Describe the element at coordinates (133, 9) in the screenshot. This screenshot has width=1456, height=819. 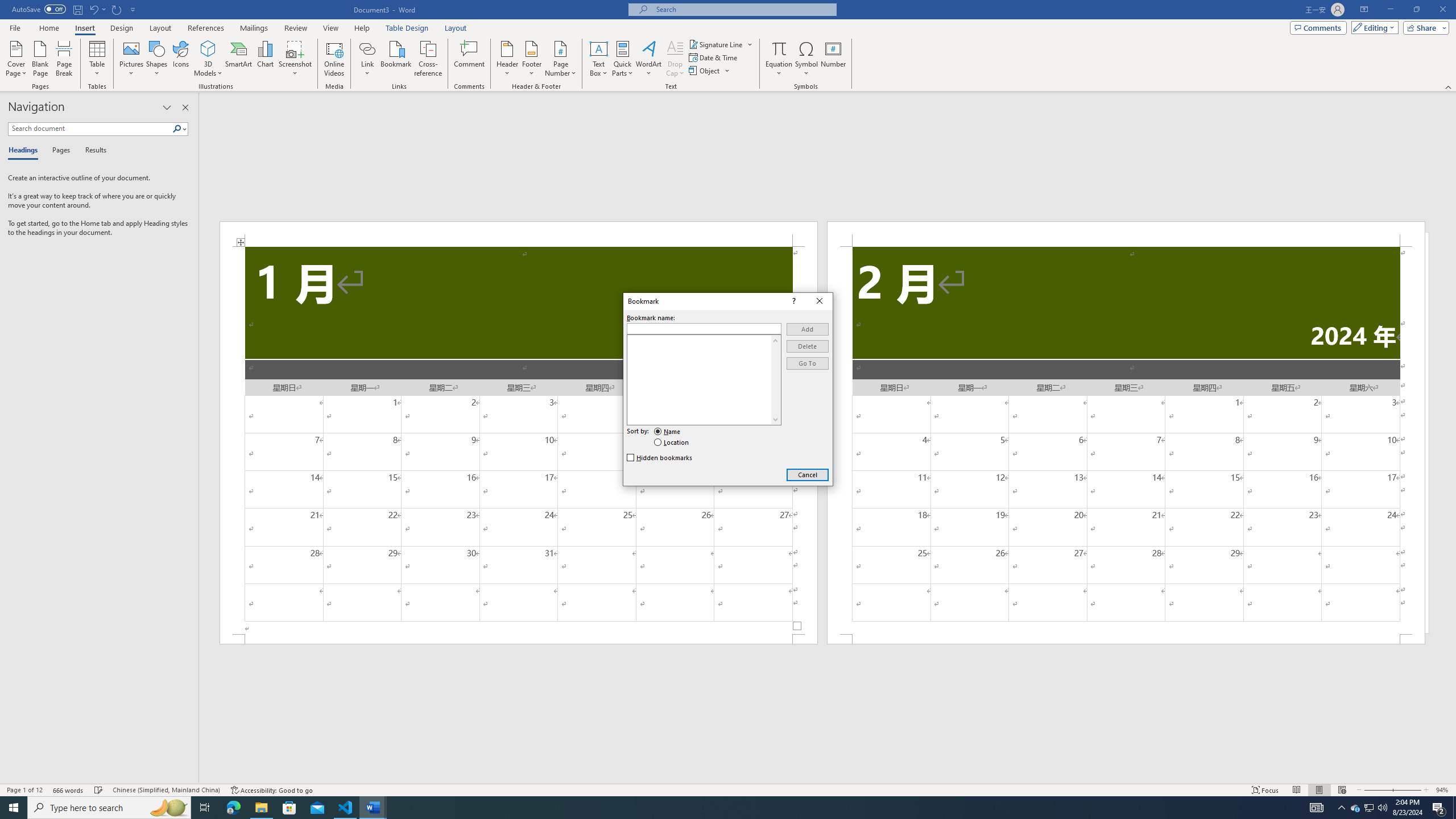
I see `'Customize Quick Access Toolbar'` at that location.